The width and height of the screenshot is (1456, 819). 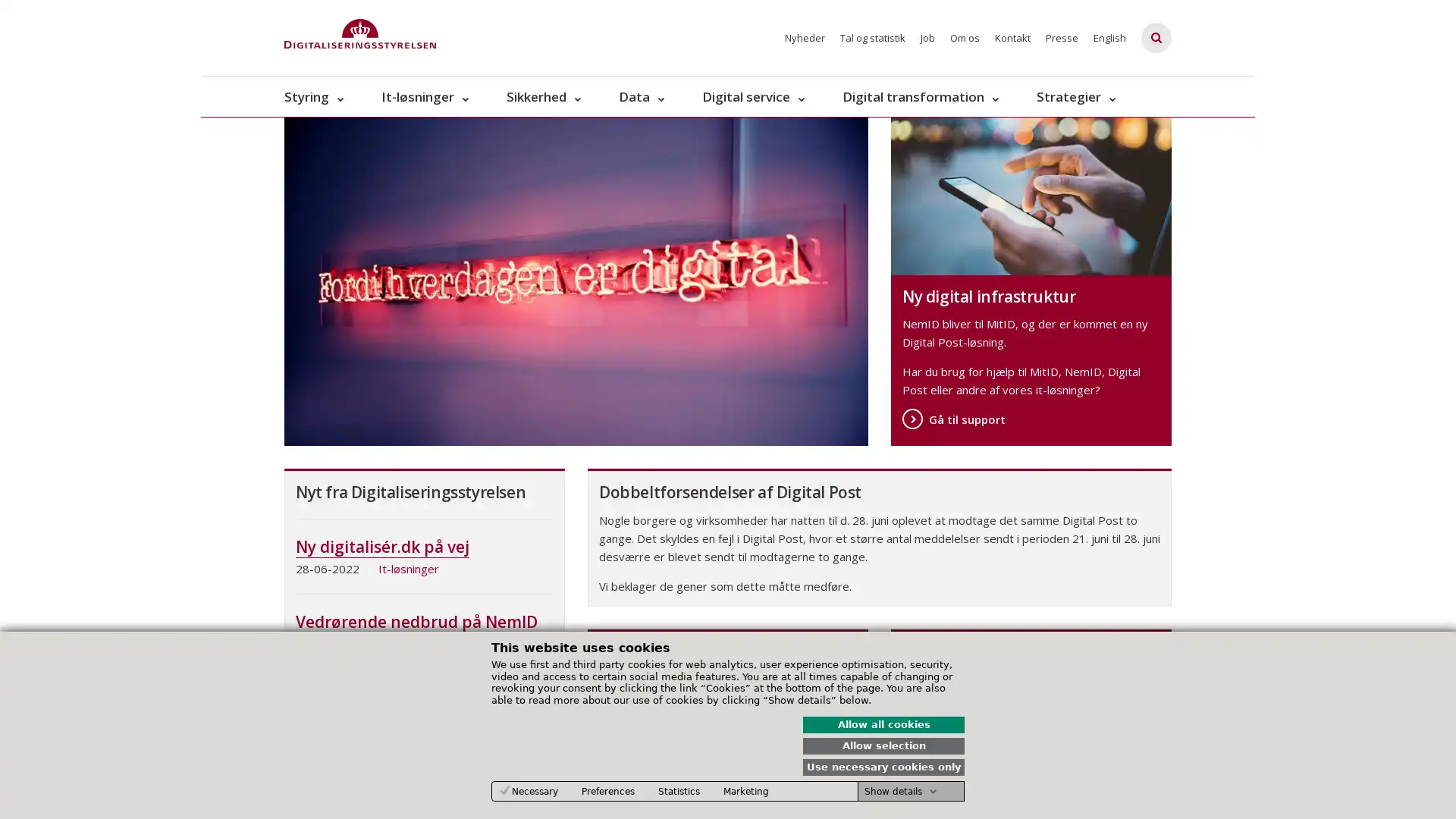 I want to click on Data - flere links, so click(x=661, y=97).